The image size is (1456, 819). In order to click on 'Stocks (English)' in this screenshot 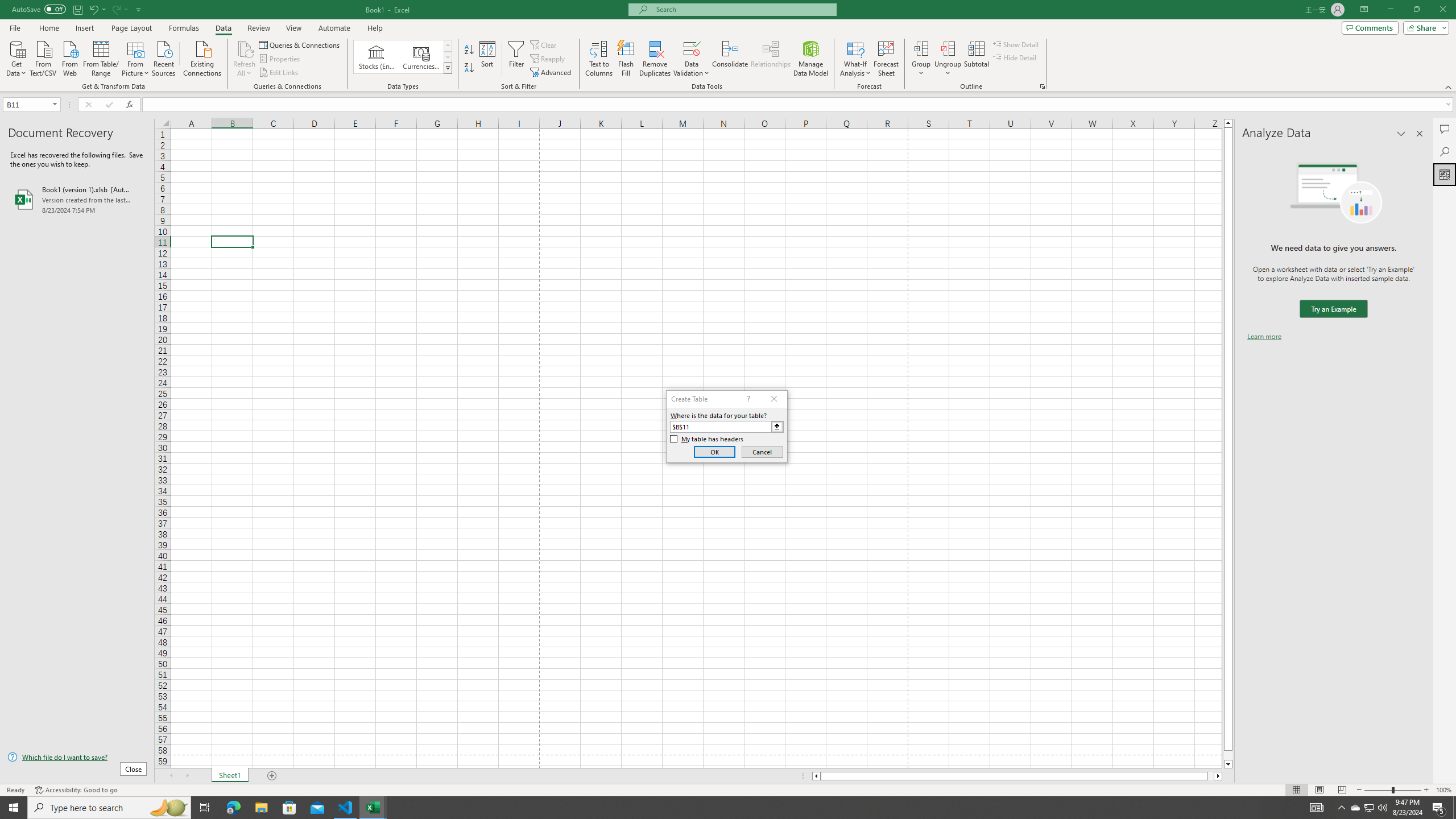, I will do `click(375, 56)`.